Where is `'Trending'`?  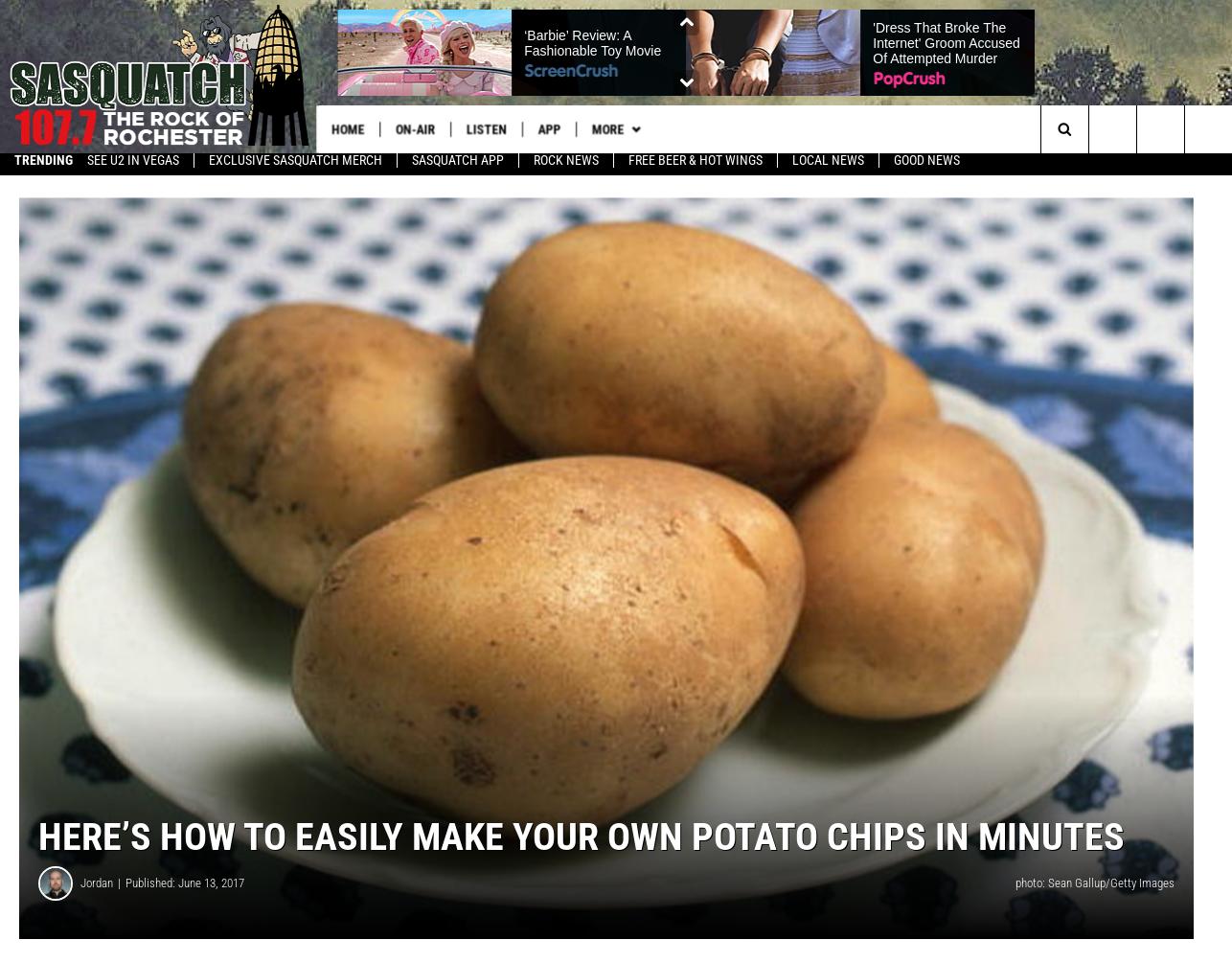 'Trending' is located at coordinates (43, 167).